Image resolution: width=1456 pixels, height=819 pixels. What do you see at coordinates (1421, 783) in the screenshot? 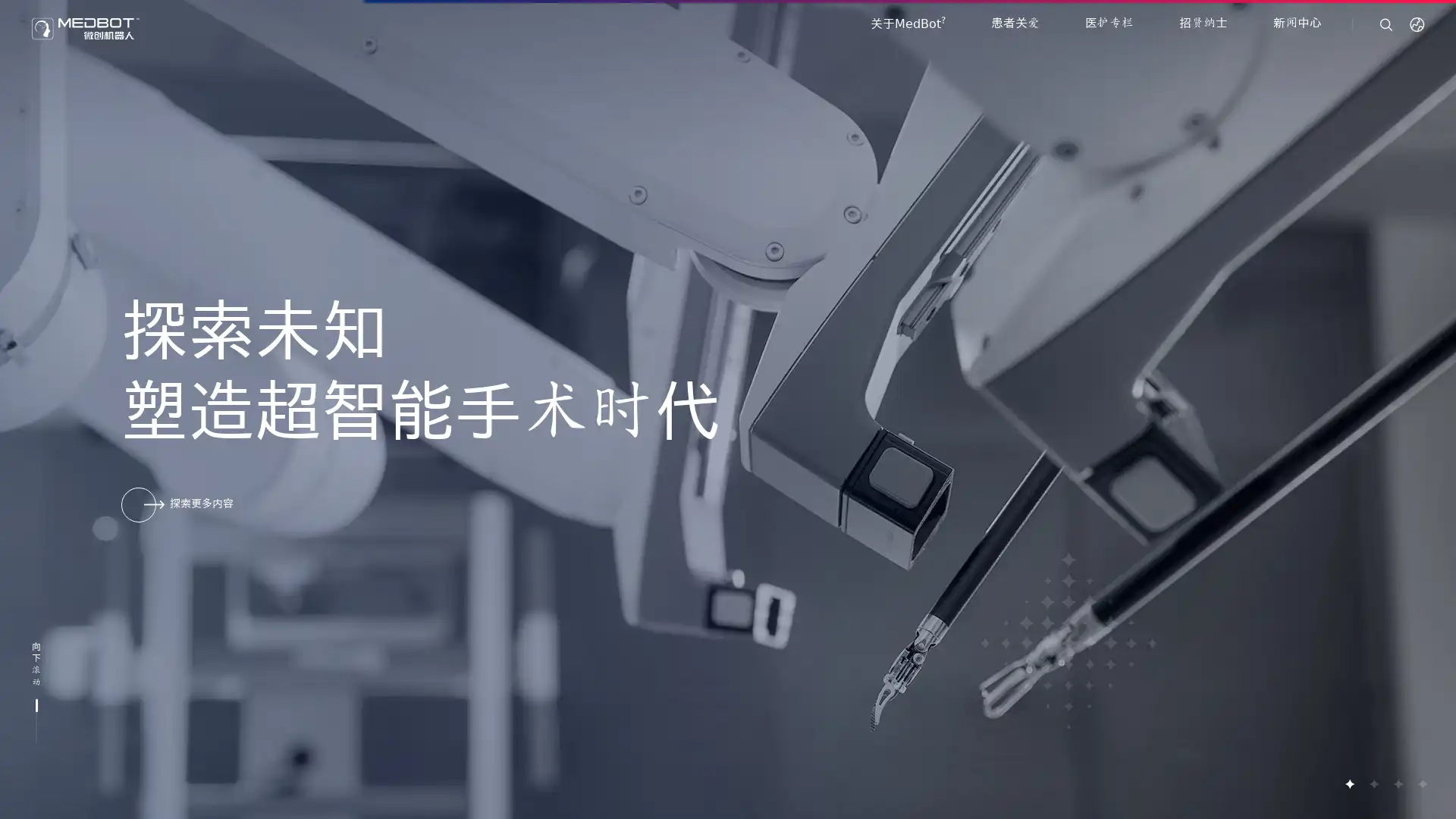
I see `Go to slide 4` at bounding box center [1421, 783].